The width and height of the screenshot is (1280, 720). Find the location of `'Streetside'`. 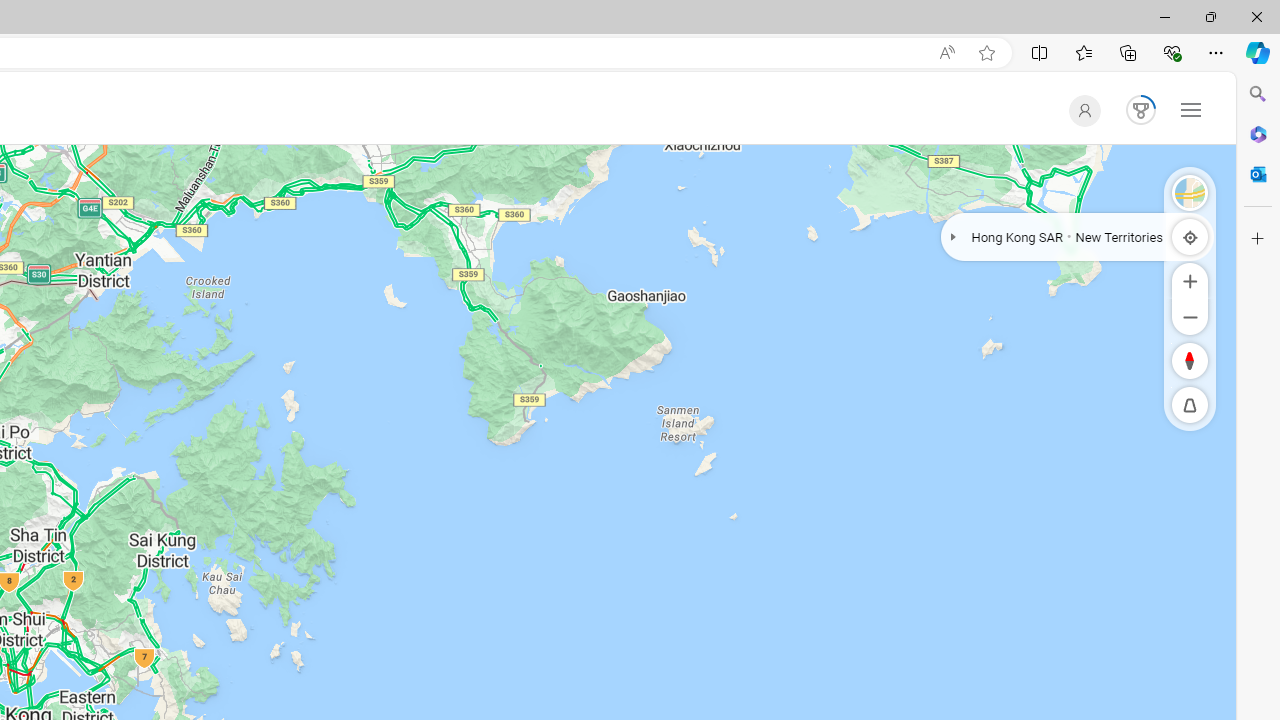

'Streetside' is located at coordinates (1190, 192).